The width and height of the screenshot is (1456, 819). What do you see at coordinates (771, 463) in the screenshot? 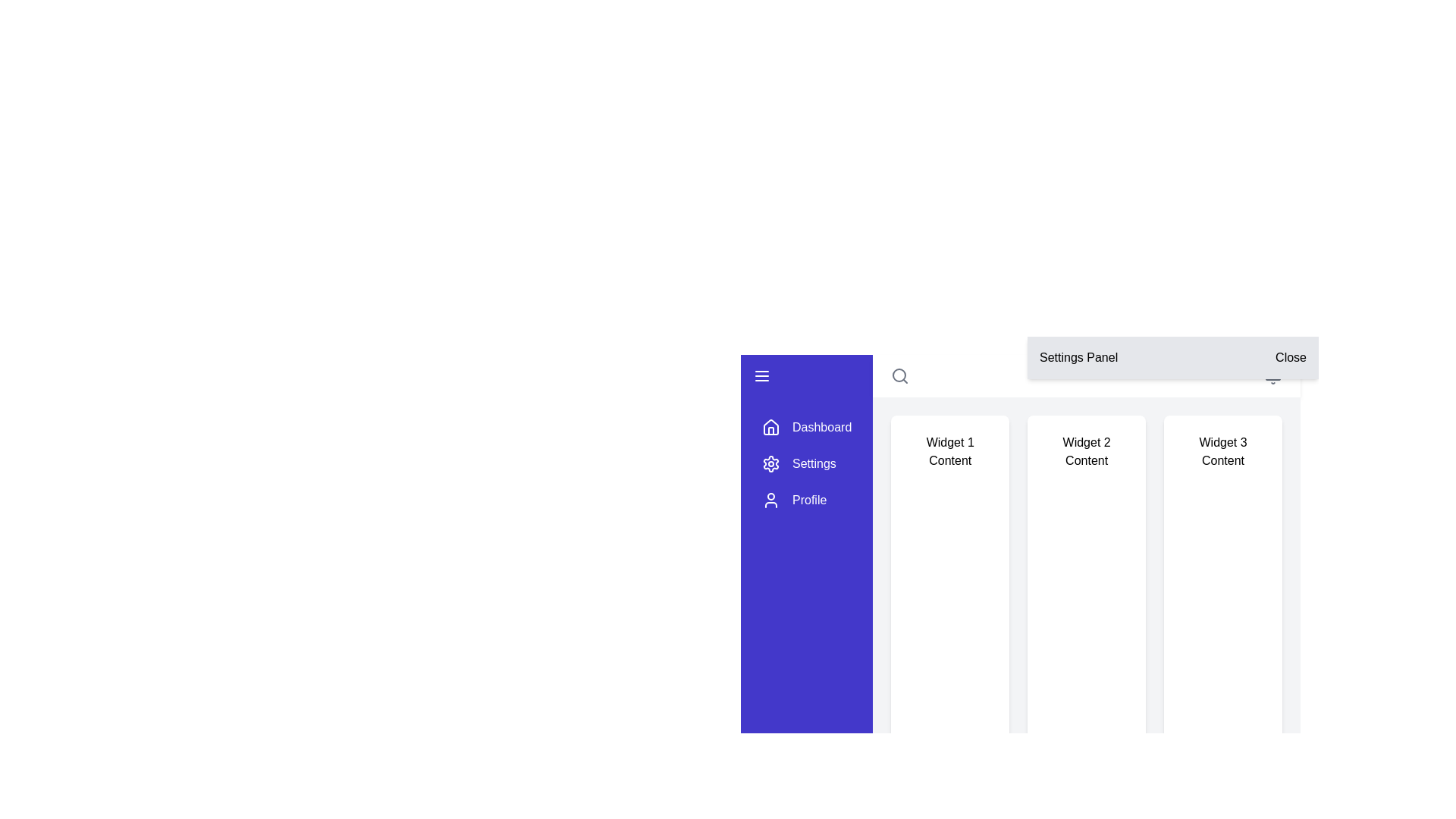
I see `the navigation icon for the 'Settings' section` at bounding box center [771, 463].